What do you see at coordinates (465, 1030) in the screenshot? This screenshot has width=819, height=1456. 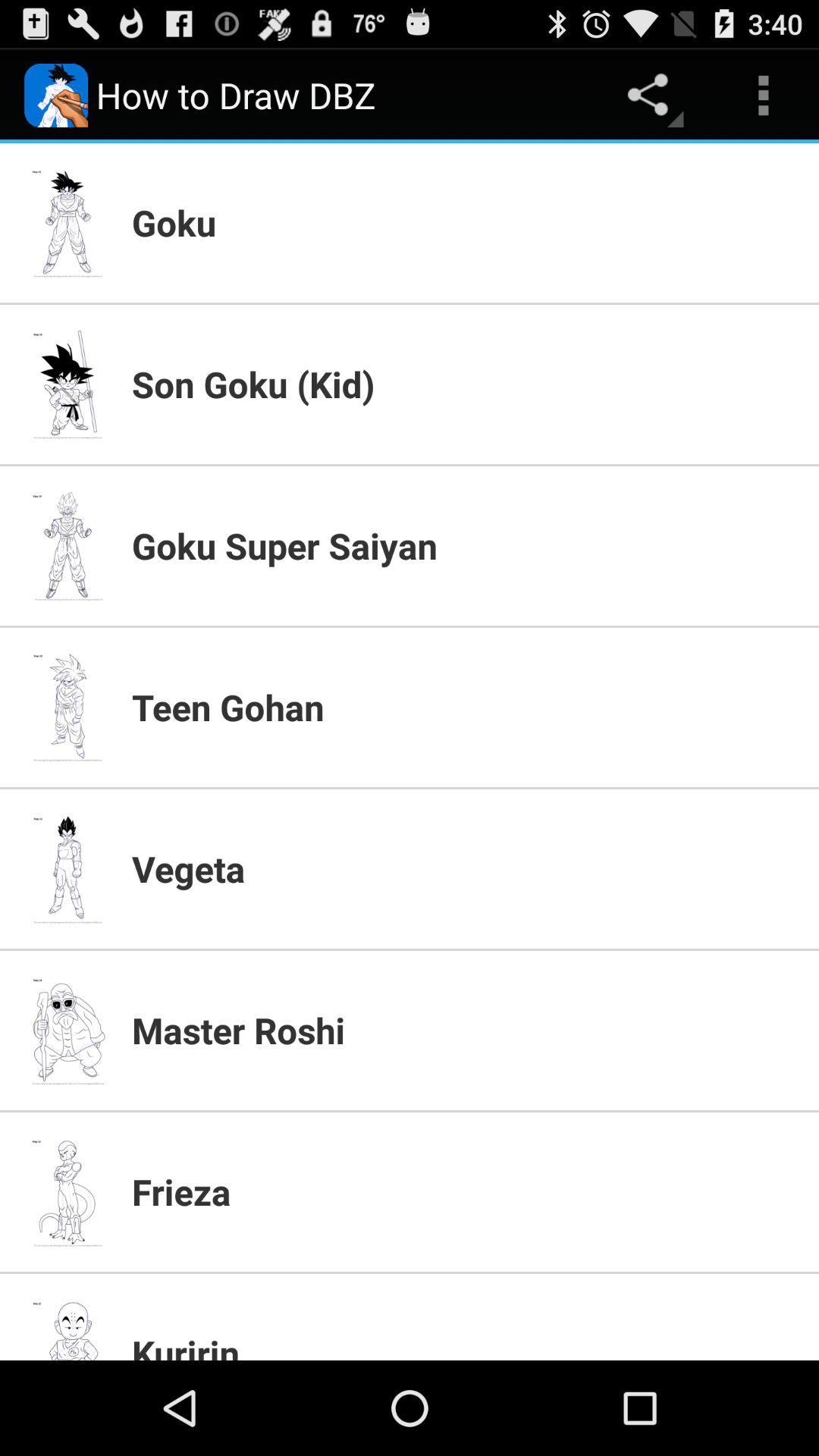 I see `app below vegeta` at bounding box center [465, 1030].